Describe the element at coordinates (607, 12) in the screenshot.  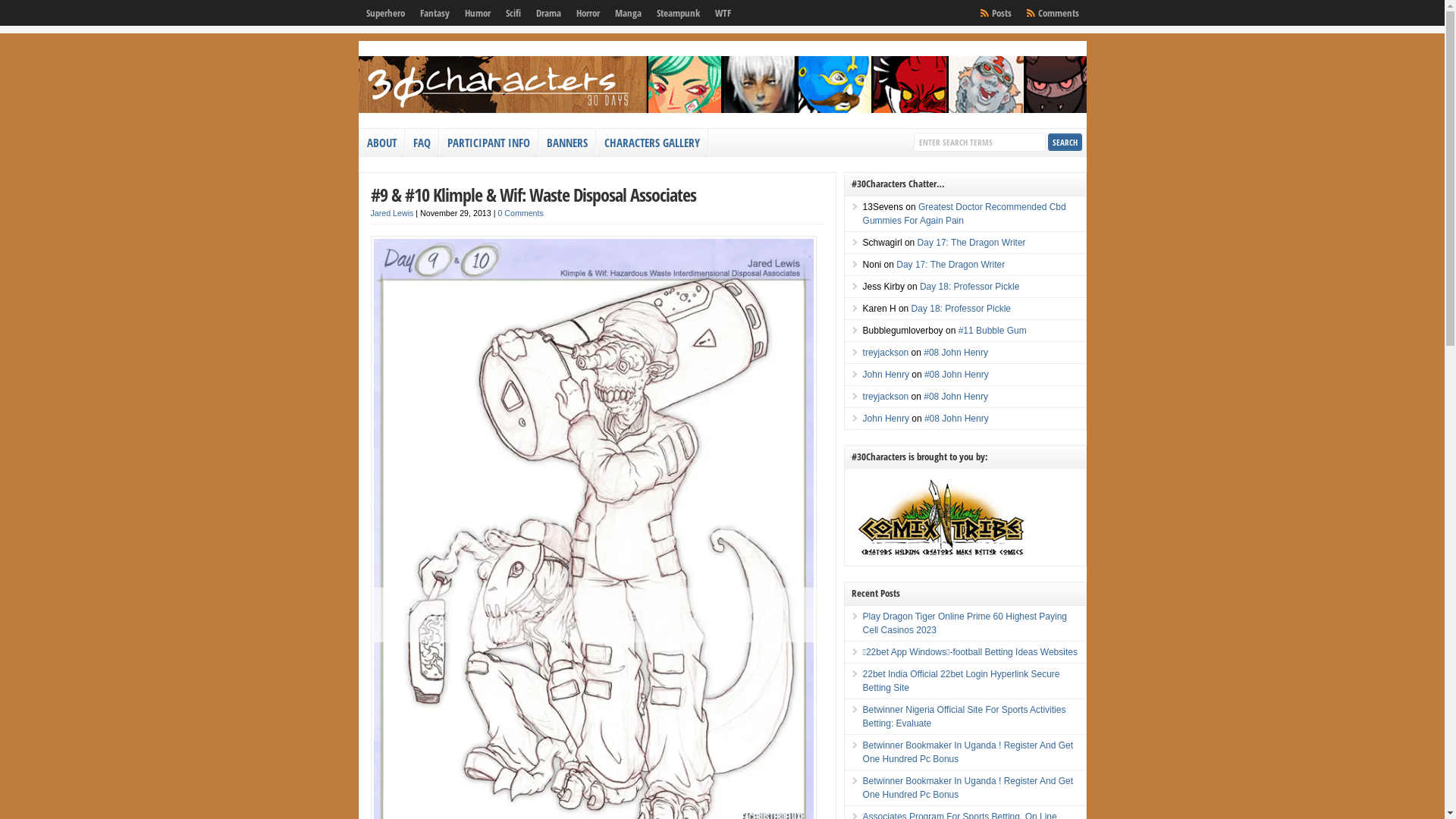
I see `'Manga'` at that location.